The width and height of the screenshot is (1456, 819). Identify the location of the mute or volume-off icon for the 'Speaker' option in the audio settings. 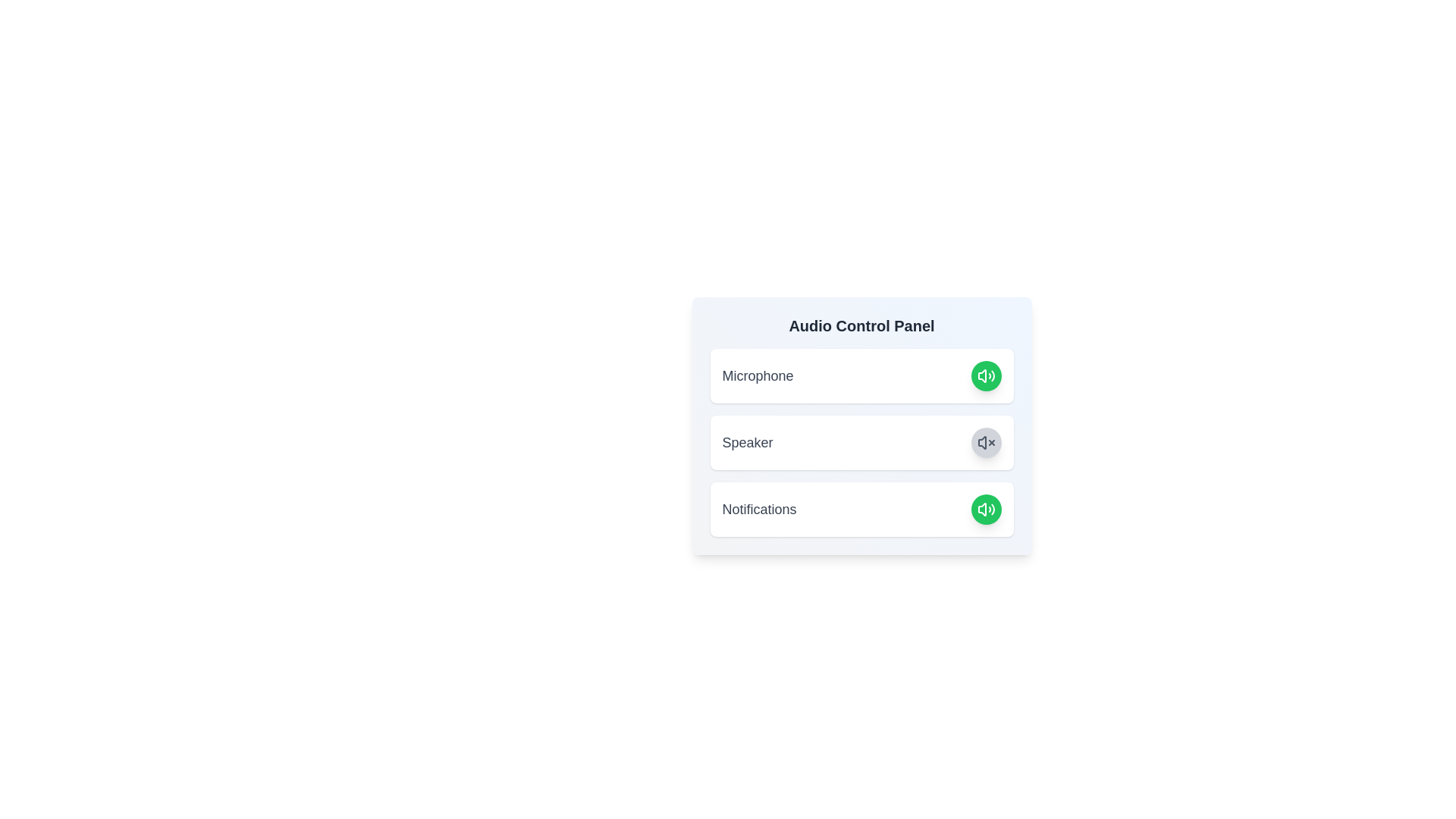
(982, 442).